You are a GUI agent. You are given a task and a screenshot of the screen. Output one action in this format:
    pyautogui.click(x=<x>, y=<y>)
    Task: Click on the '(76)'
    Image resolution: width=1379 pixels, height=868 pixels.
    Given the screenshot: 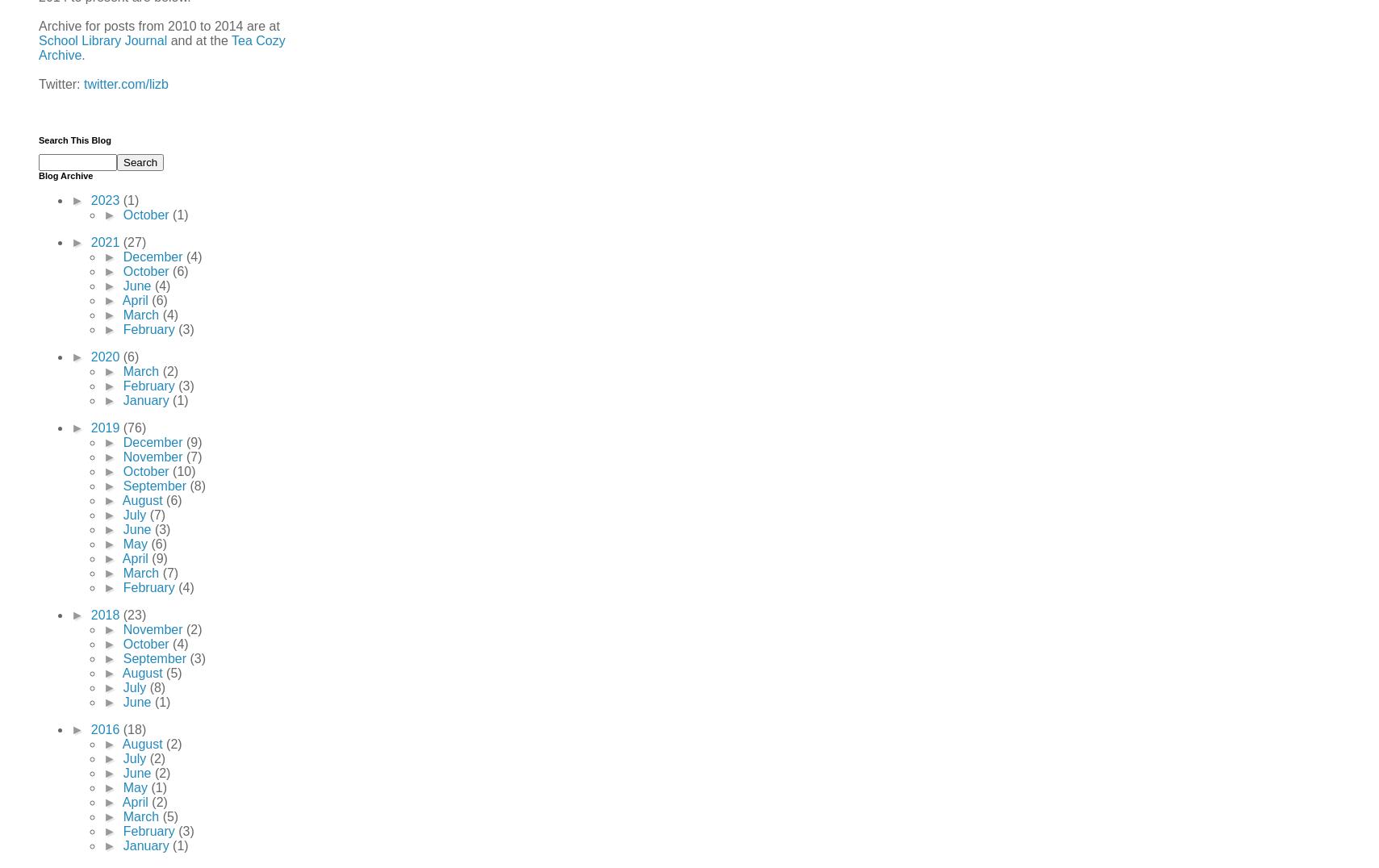 What is the action you would take?
    pyautogui.click(x=133, y=427)
    